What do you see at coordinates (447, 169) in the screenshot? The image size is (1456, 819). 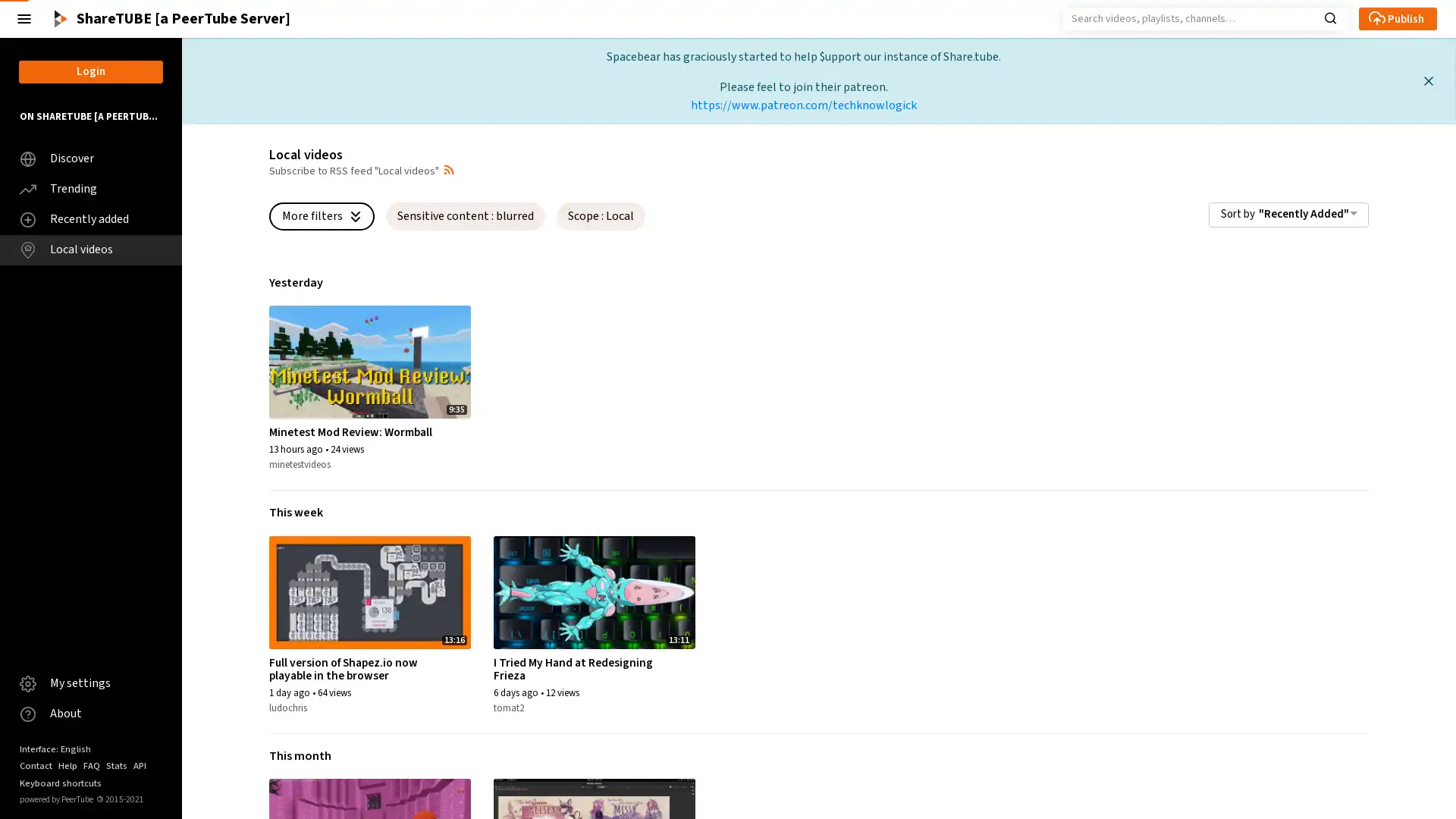 I see `Open syndication dropdown` at bounding box center [447, 169].